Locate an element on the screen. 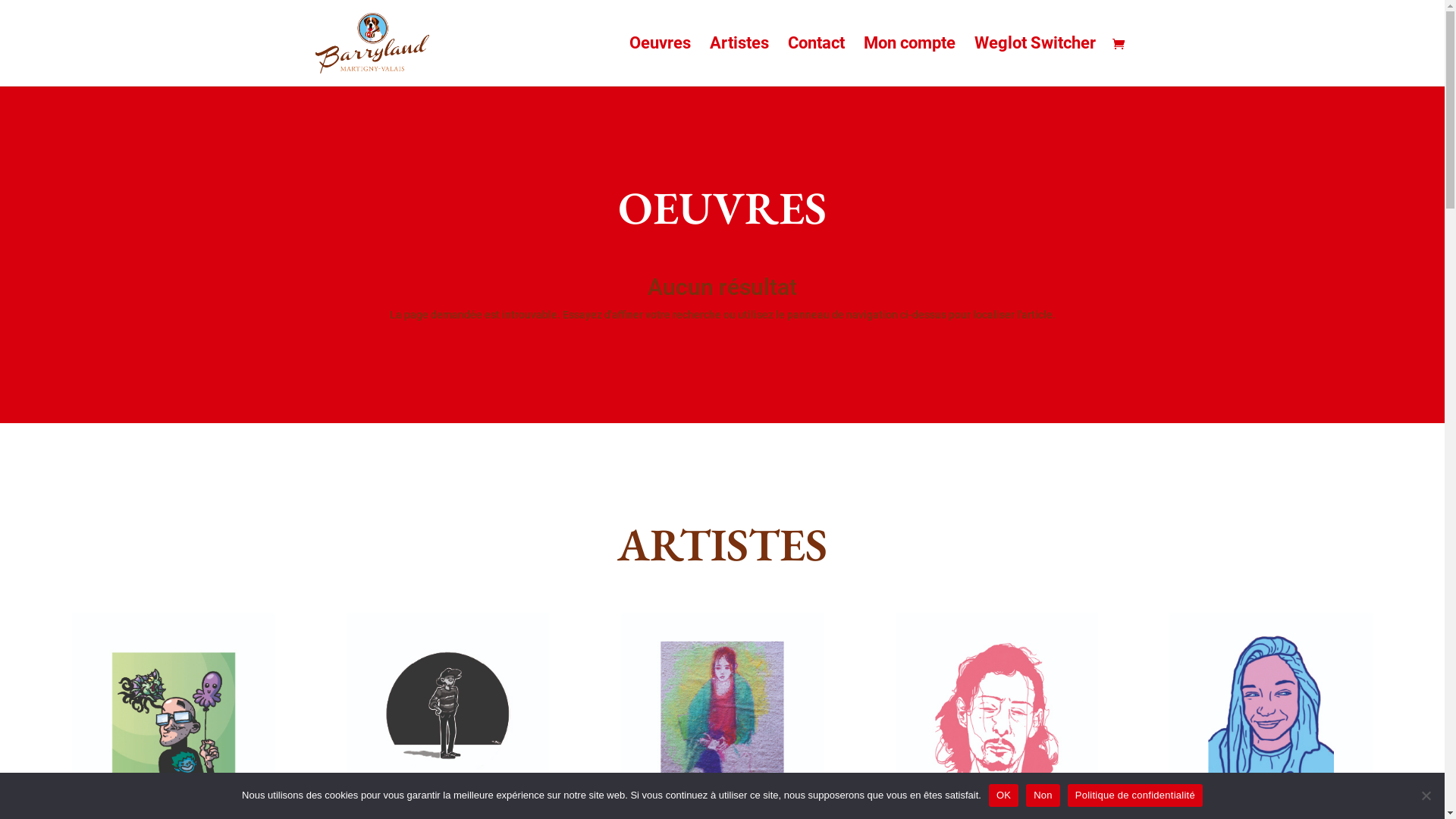  'Oeuvres' is located at coordinates (660, 61).